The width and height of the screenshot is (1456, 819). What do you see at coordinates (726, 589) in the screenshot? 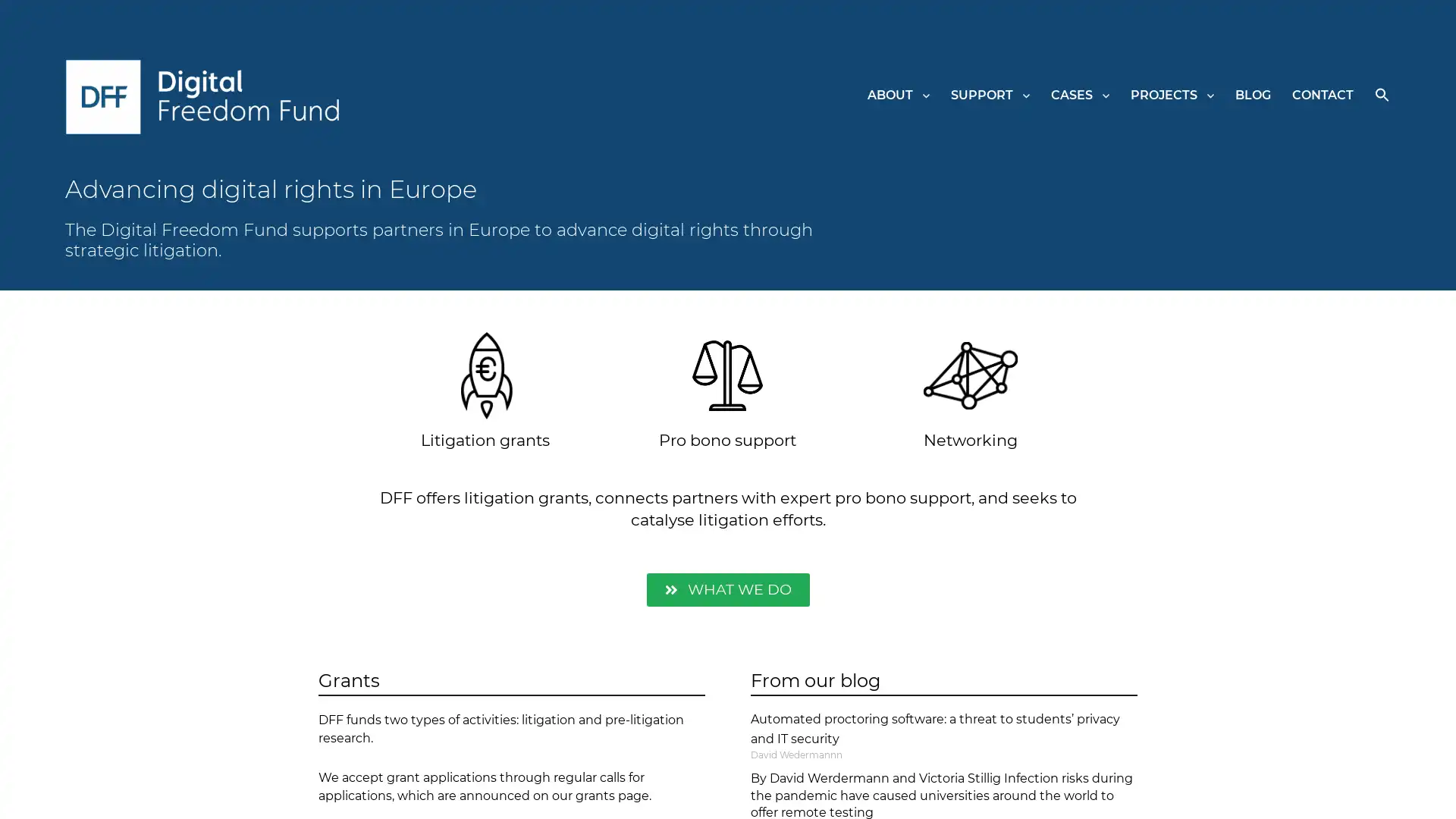
I see `WHAT WE DO` at bounding box center [726, 589].